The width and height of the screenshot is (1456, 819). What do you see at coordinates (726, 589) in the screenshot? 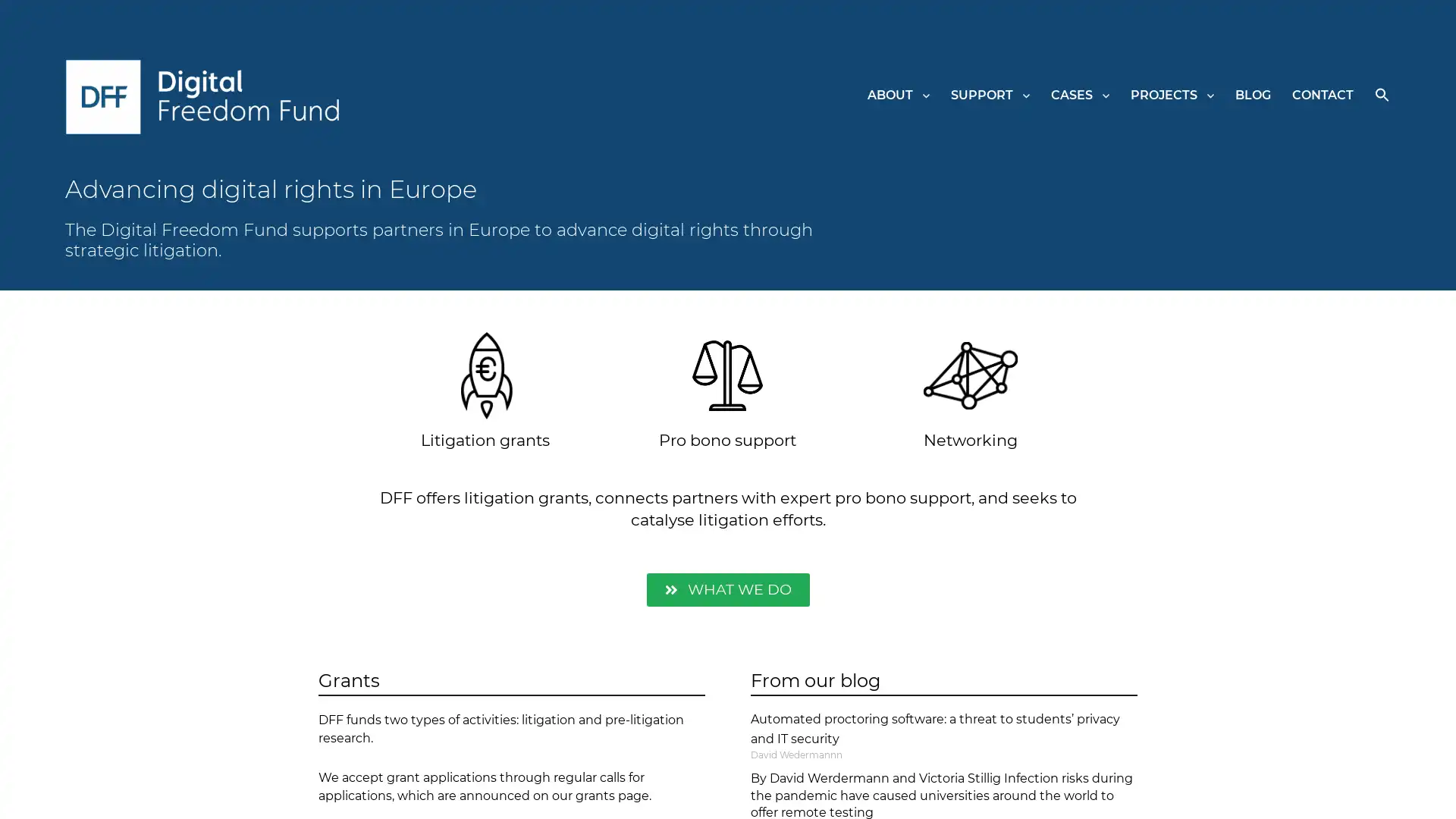
I see `WHAT WE DO` at bounding box center [726, 589].